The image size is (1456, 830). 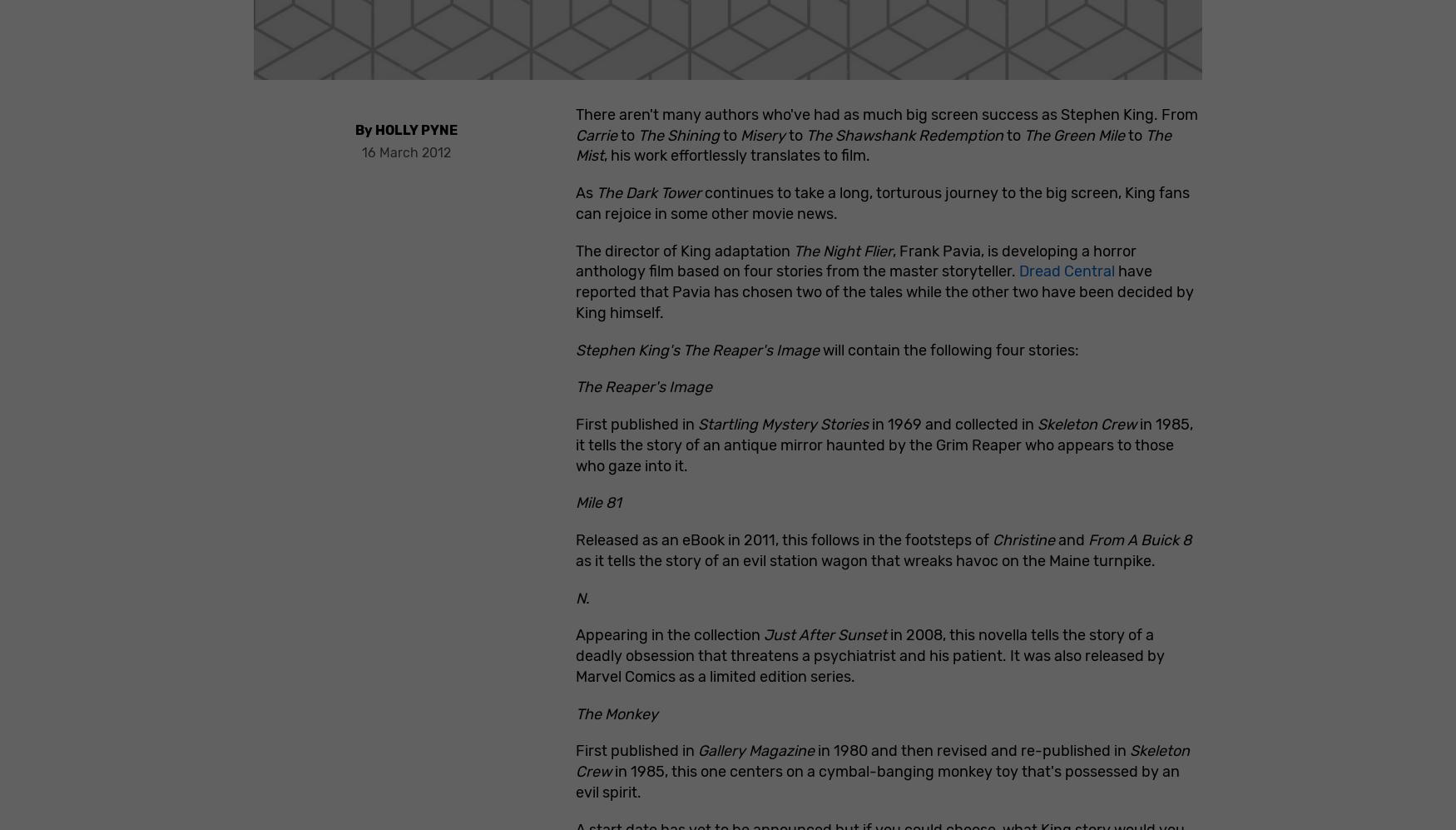 I want to click on 'From A Buick 8', so click(x=1087, y=540).